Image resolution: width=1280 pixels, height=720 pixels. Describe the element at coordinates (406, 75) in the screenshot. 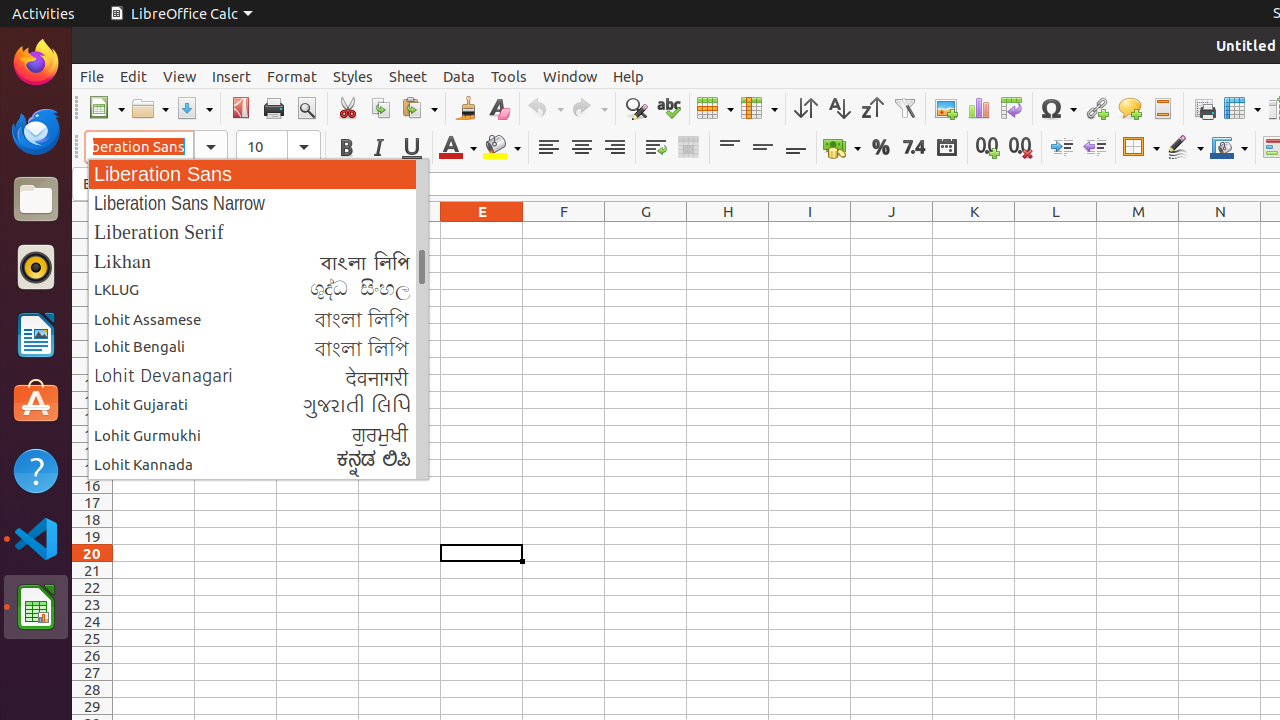

I see `'Sheet'` at that location.